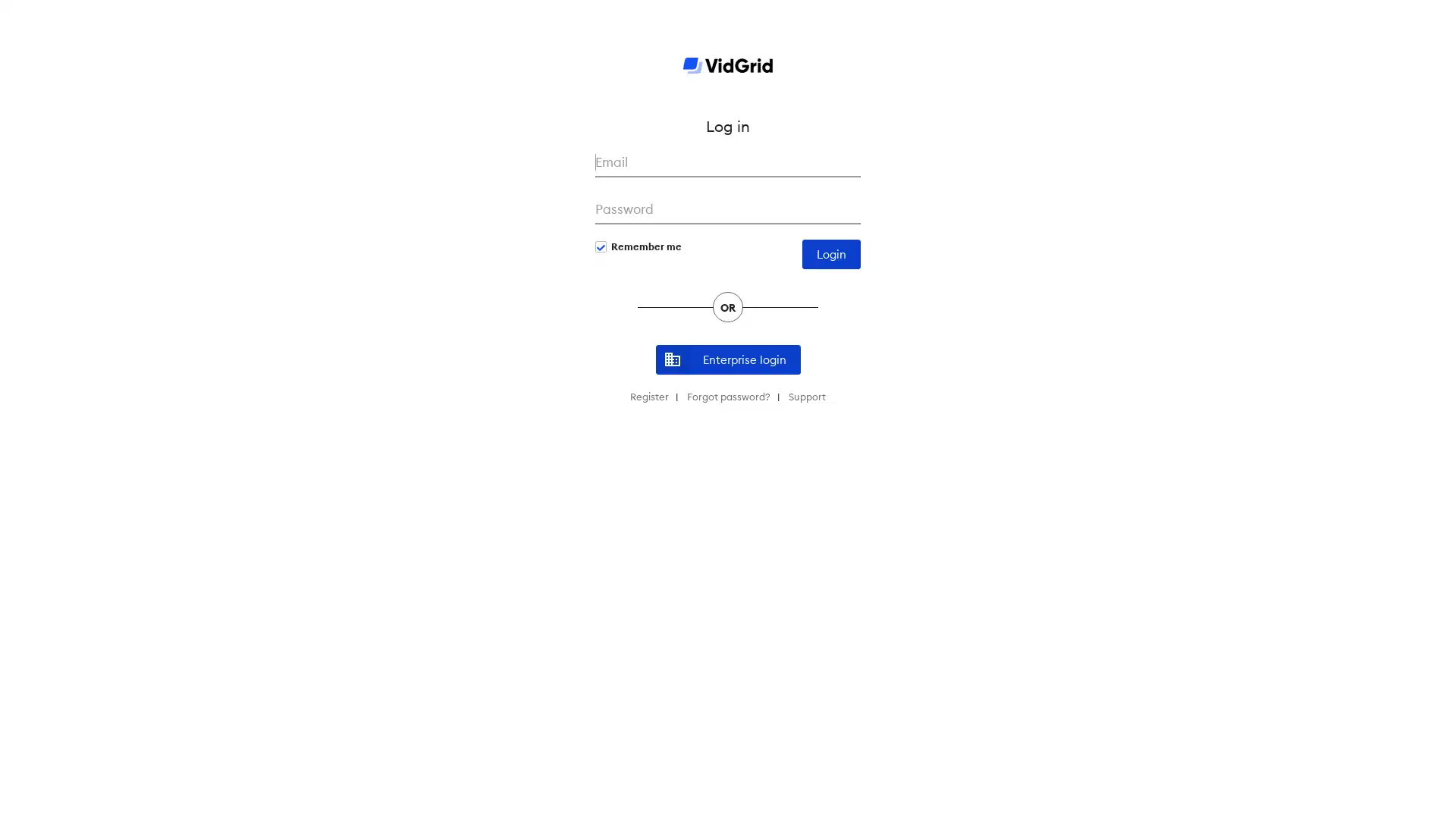 The height and width of the screenshot is (819, 1456). Describe the element at coordinates (830, 253) in the screenshot. I see `Login` at that location.